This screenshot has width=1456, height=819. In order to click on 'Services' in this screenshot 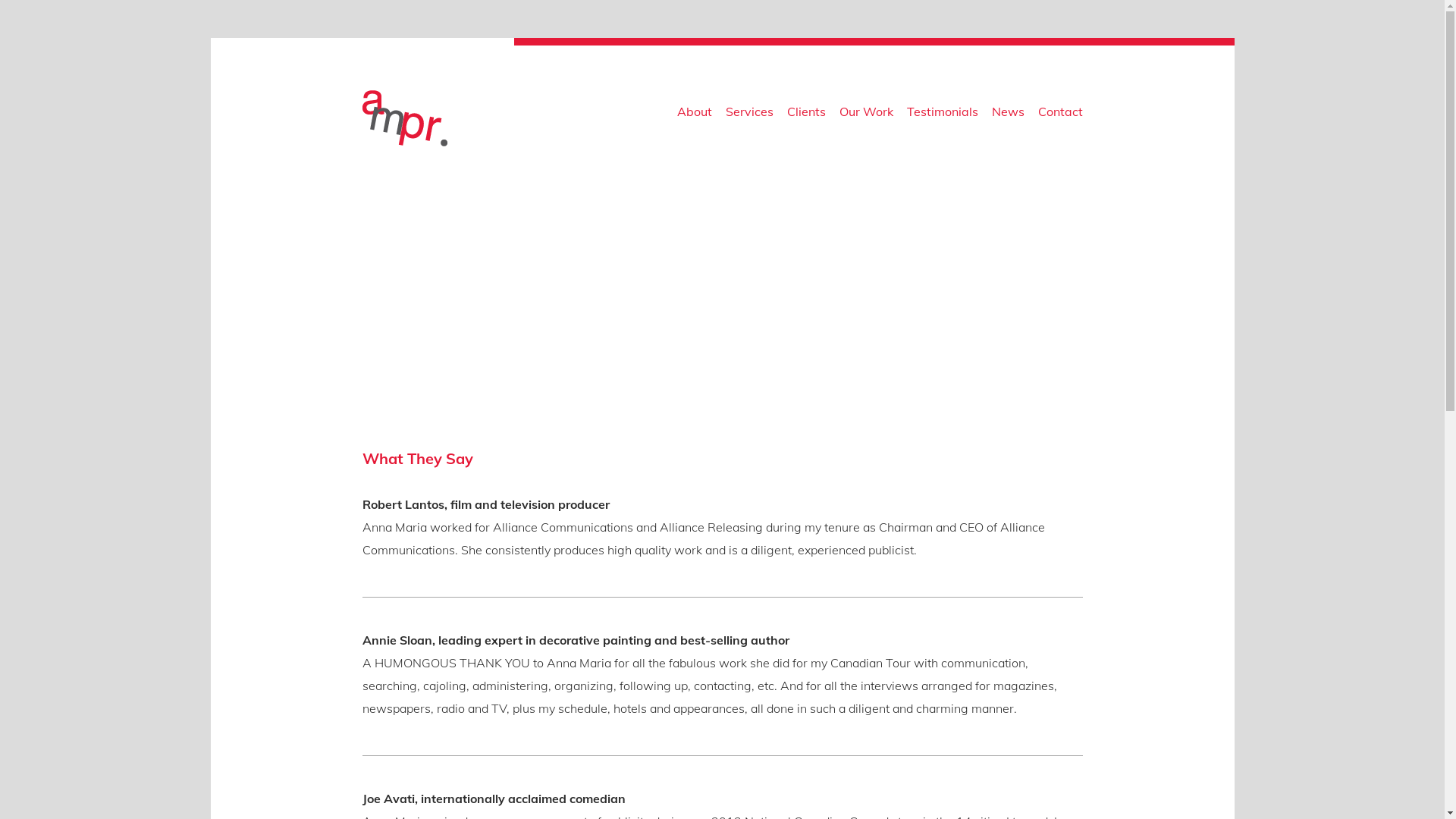, I will do `click(748, 114)`.